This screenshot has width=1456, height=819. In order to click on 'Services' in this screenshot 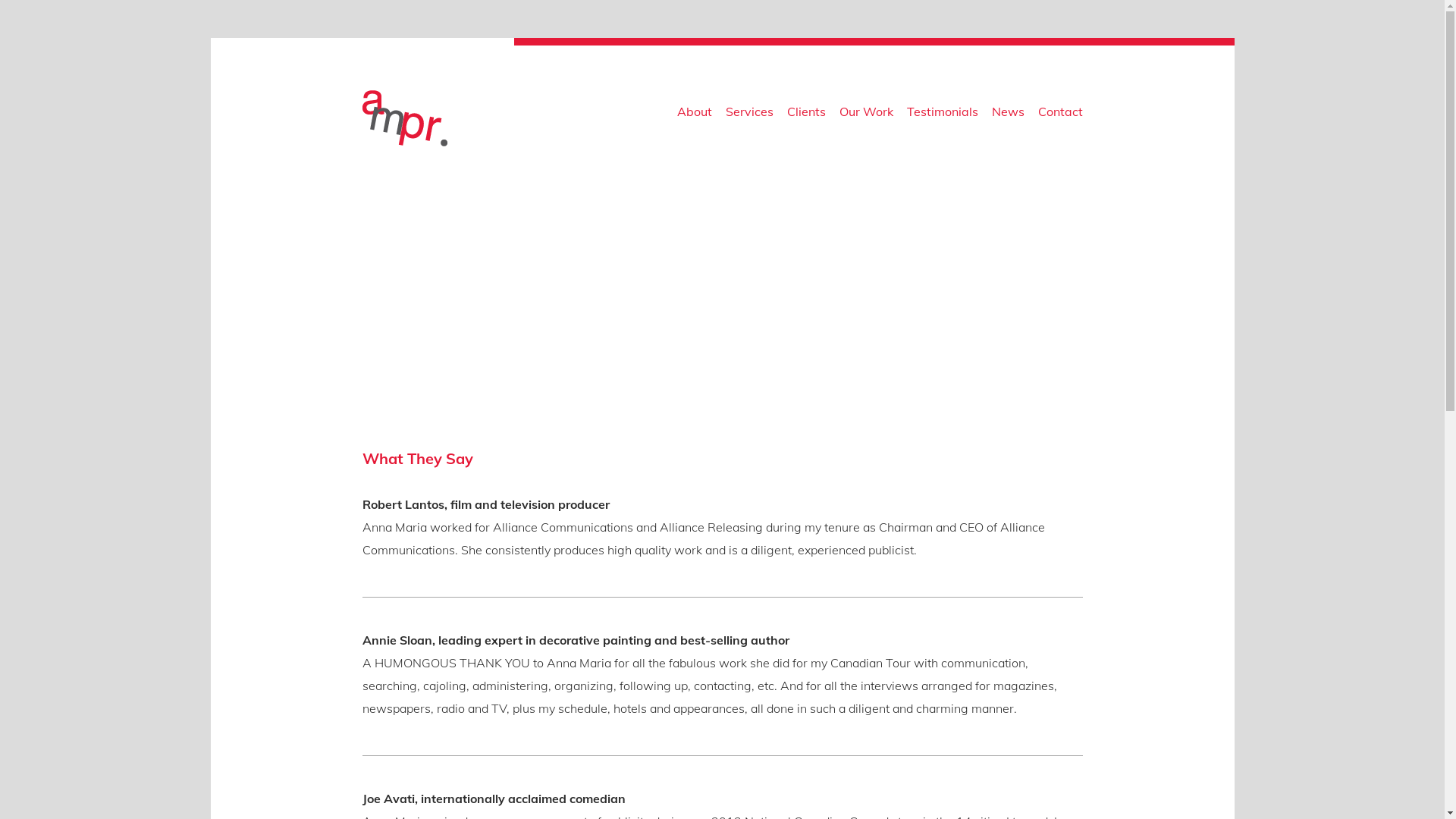, I will do `click(748, 114)`.